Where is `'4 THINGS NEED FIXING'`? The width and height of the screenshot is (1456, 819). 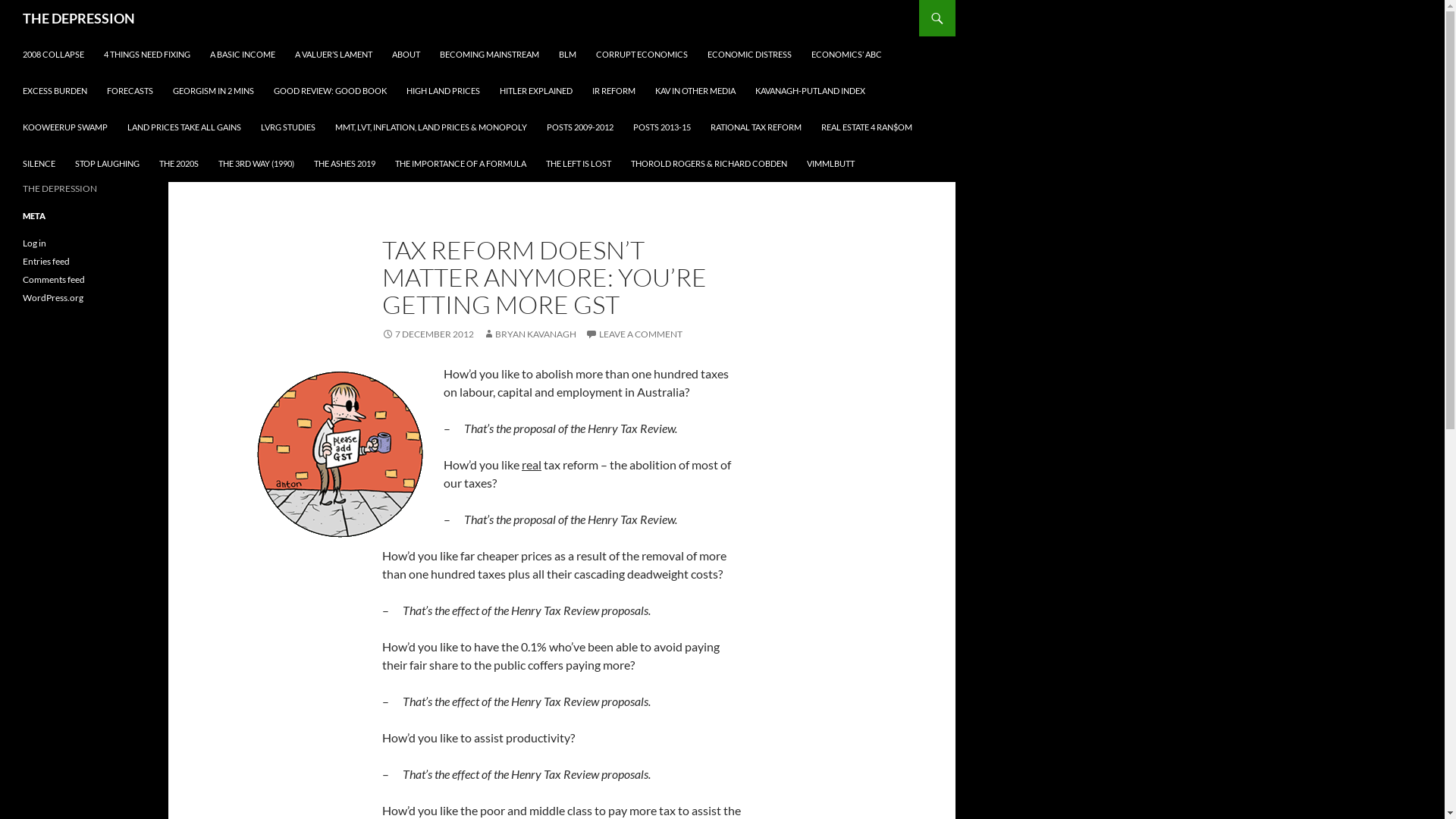
'4 THINGS NEED FIXING' is located at coordinates (146, 54).